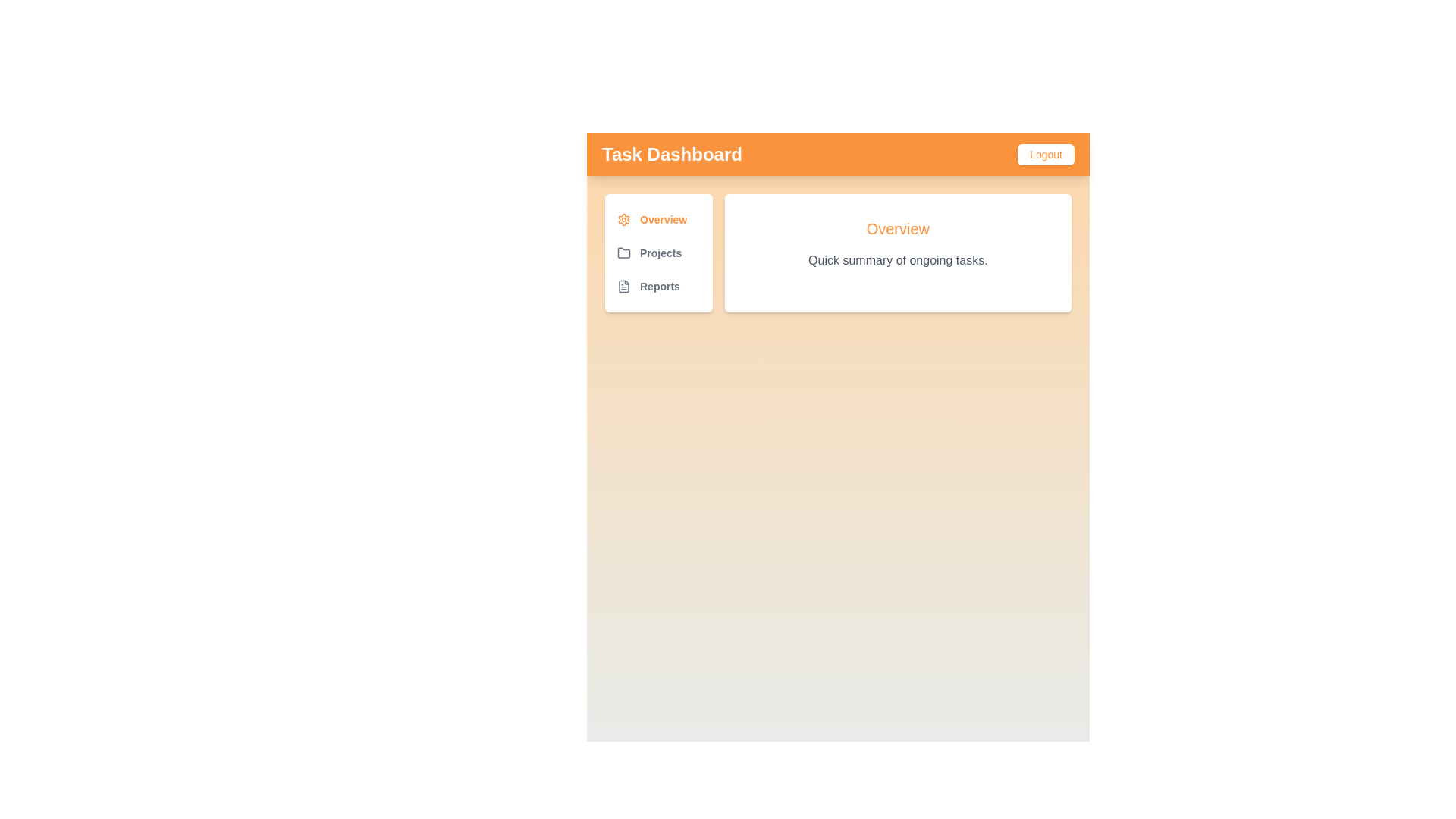 The width and height of the screenshot is (1456, 819). I want to click on the settings icon, so click(623, 219).